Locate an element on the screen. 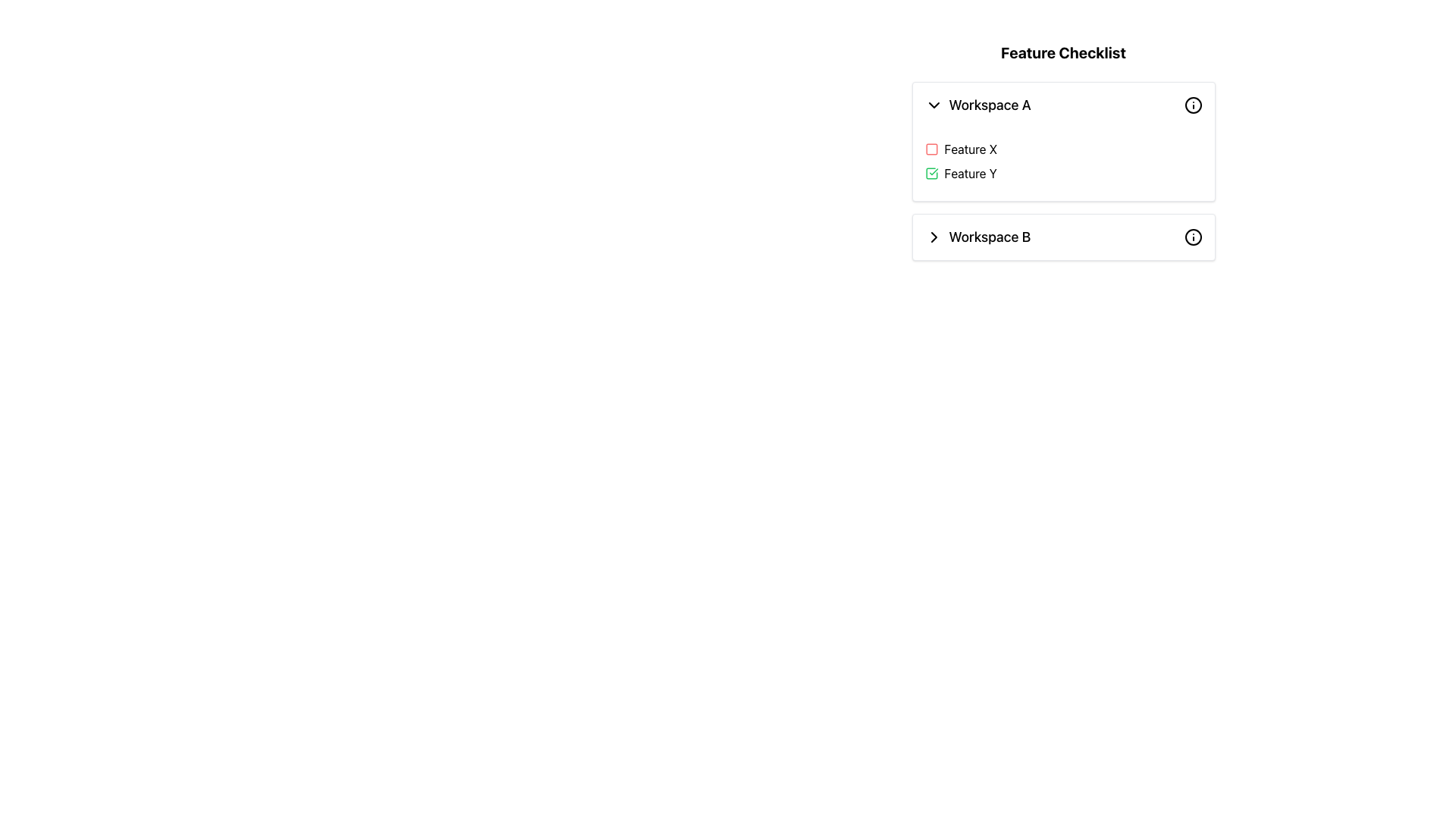 This screenshot has width=1456, height=819. the chevron icon located to the far right of the Workspace B entry in the Feature Checklist area, which indicates that it is clickable to expand or navigate to details related to Workspace B is located at coordinates (933, 237).